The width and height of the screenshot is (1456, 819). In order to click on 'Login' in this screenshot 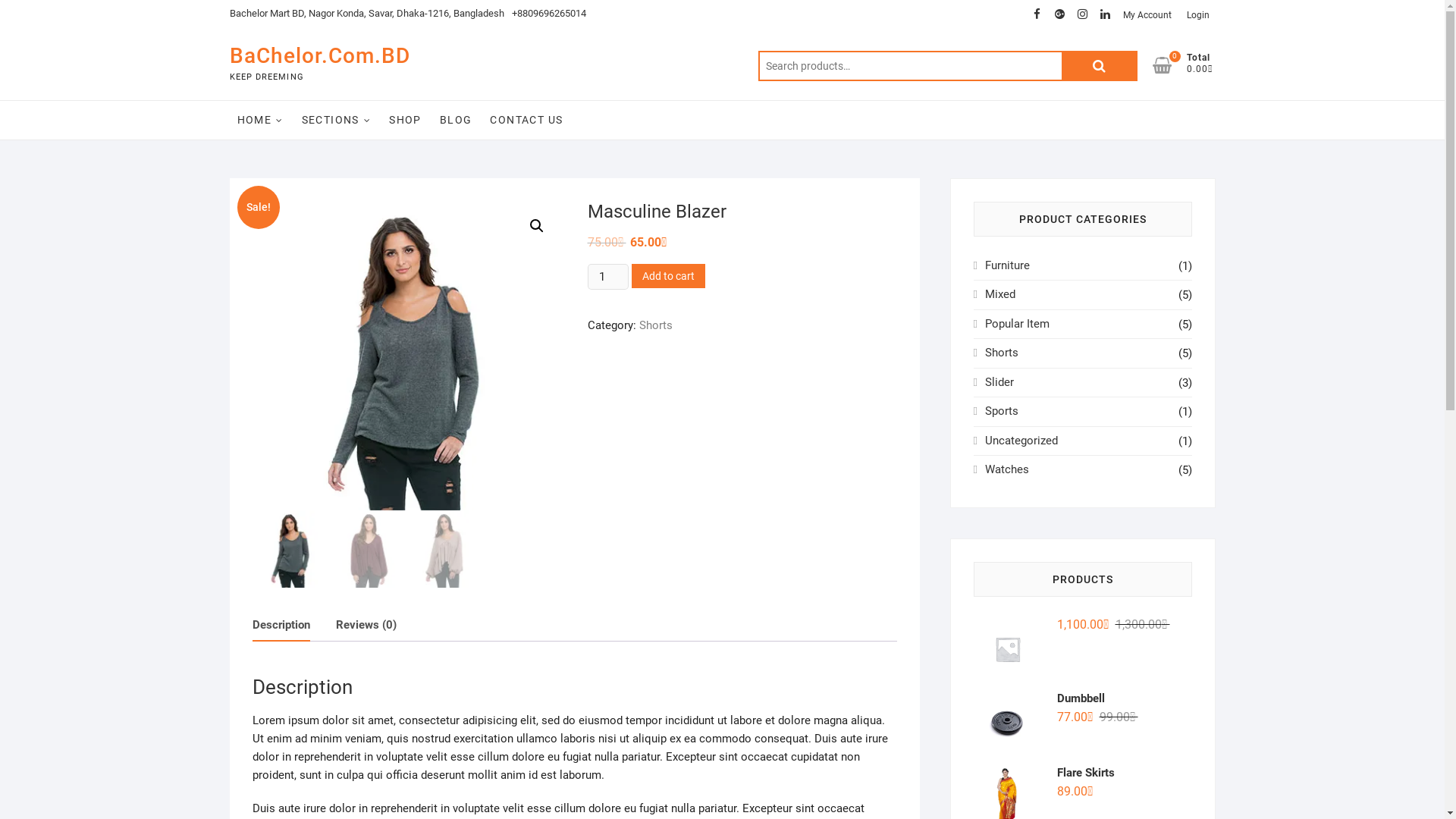, I will do `click(1178, 14)`.